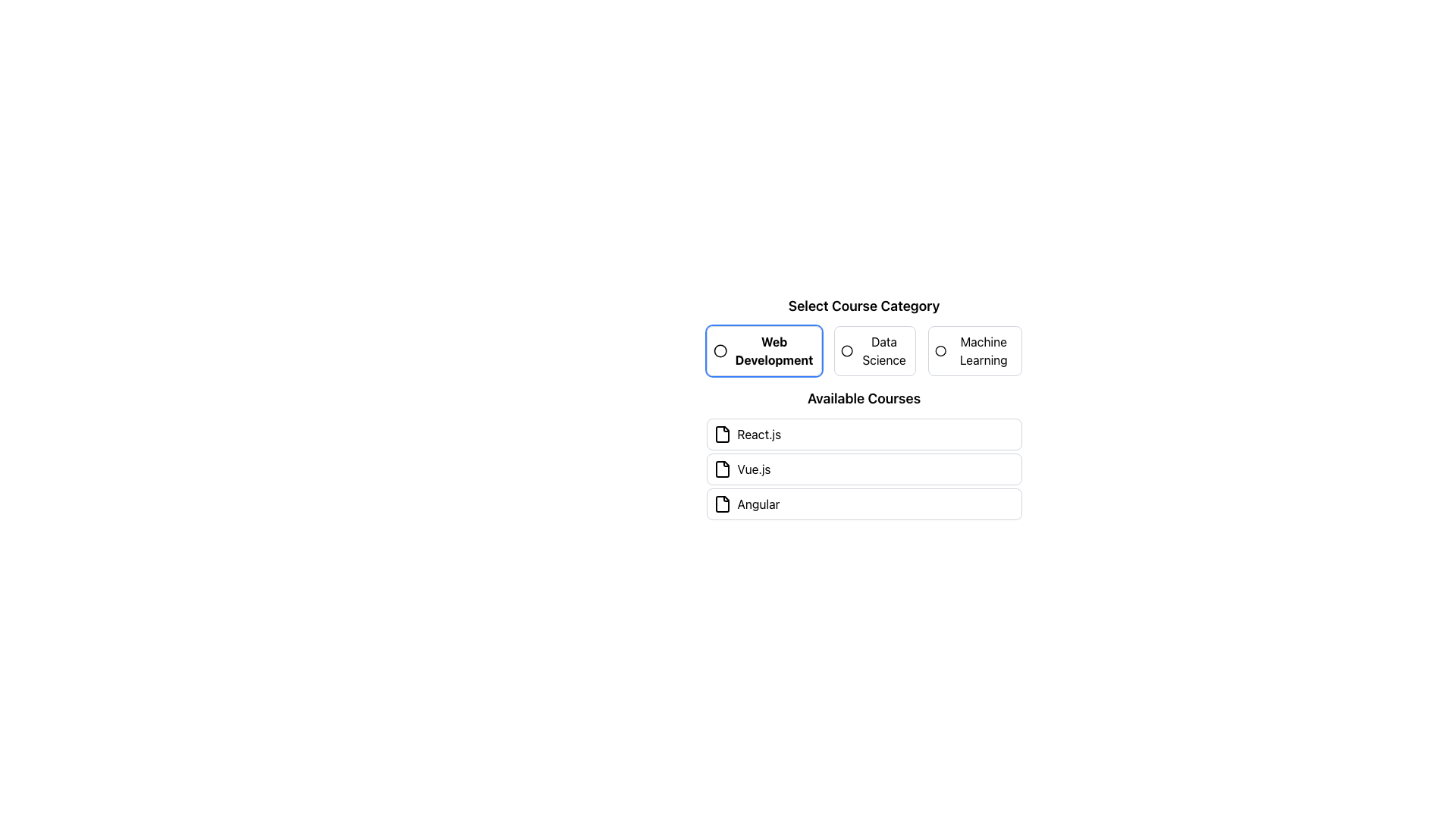 The image size is (1456, 819). Describe the element at coordinates (721, 435) in the screenshot. I see `the document icon located to the left of the 'React.js' label in the first entry of the 'Available Courses' section` at that location.